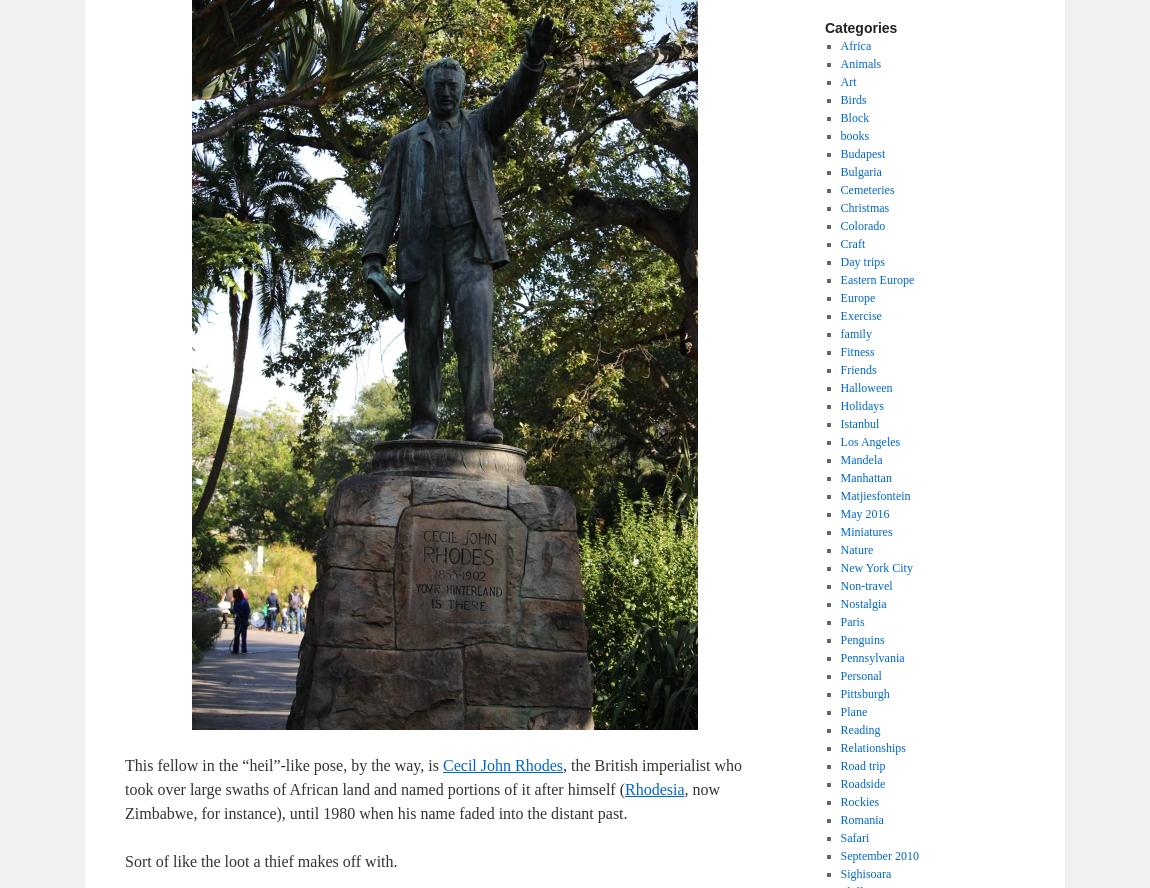  What do you see at coordinates (864, 206) in the screenshot?
I see `'Christmas'` at bounding box center [864, 206].